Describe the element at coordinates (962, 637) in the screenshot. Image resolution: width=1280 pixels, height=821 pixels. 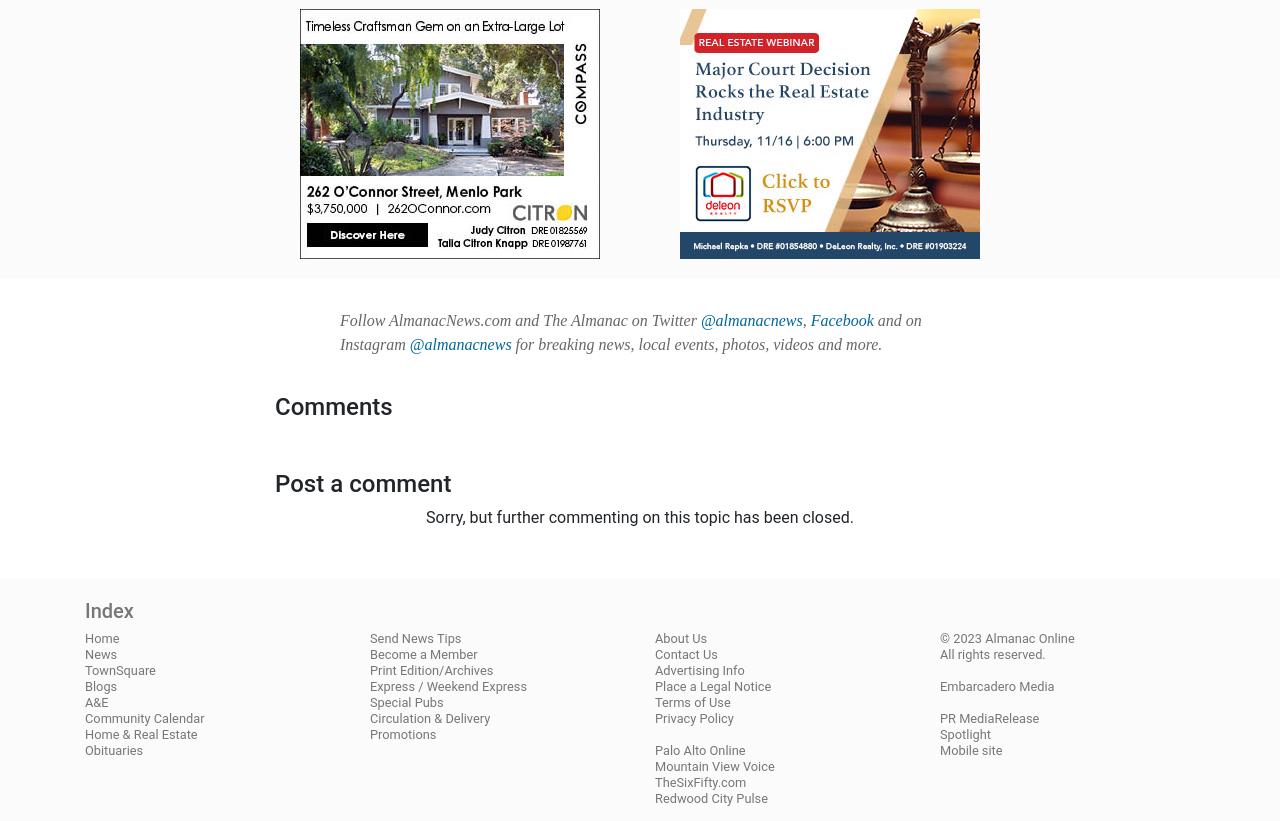
I see `'© 2023'` at that location.